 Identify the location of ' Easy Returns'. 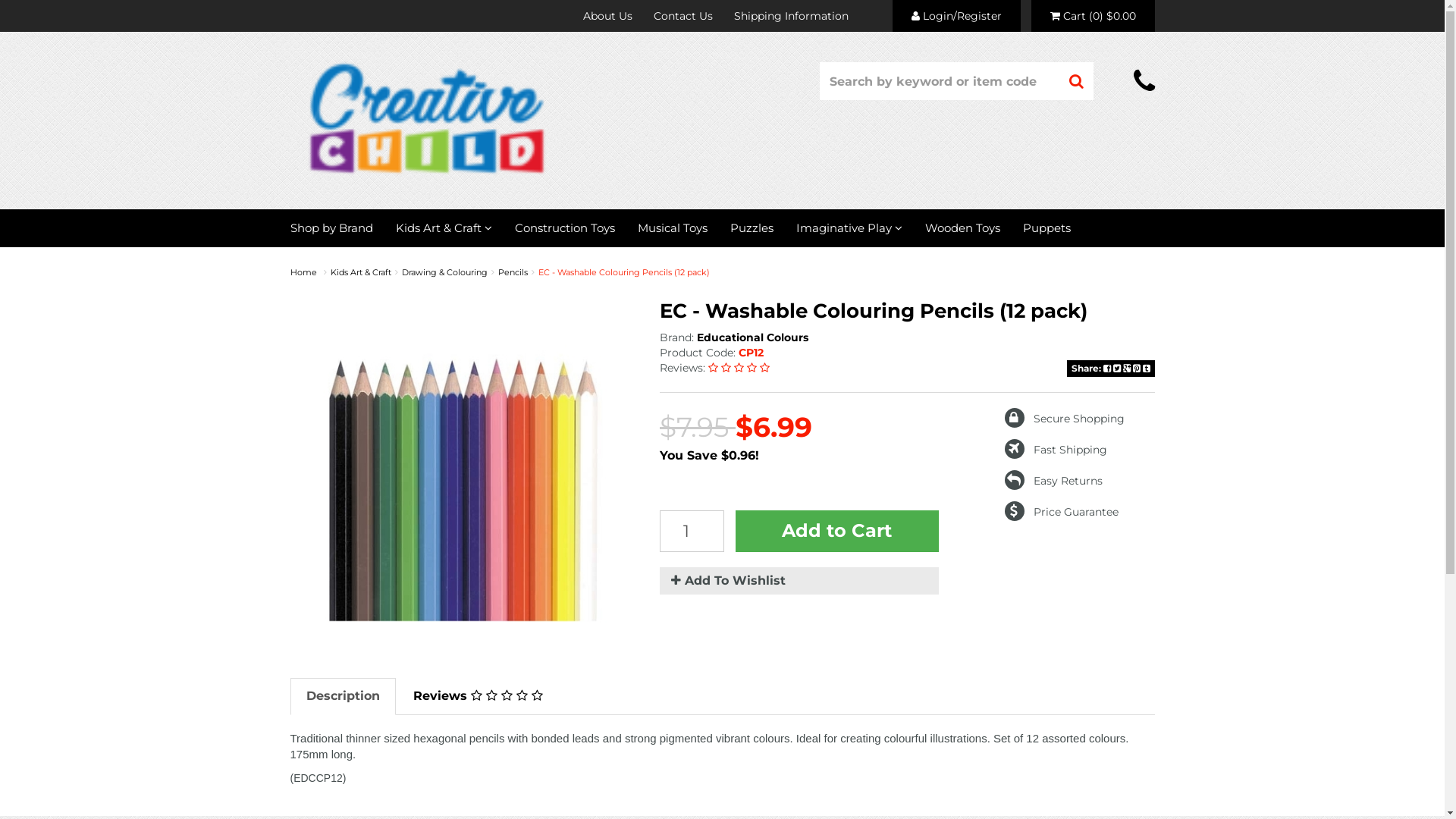
(1004, 480).